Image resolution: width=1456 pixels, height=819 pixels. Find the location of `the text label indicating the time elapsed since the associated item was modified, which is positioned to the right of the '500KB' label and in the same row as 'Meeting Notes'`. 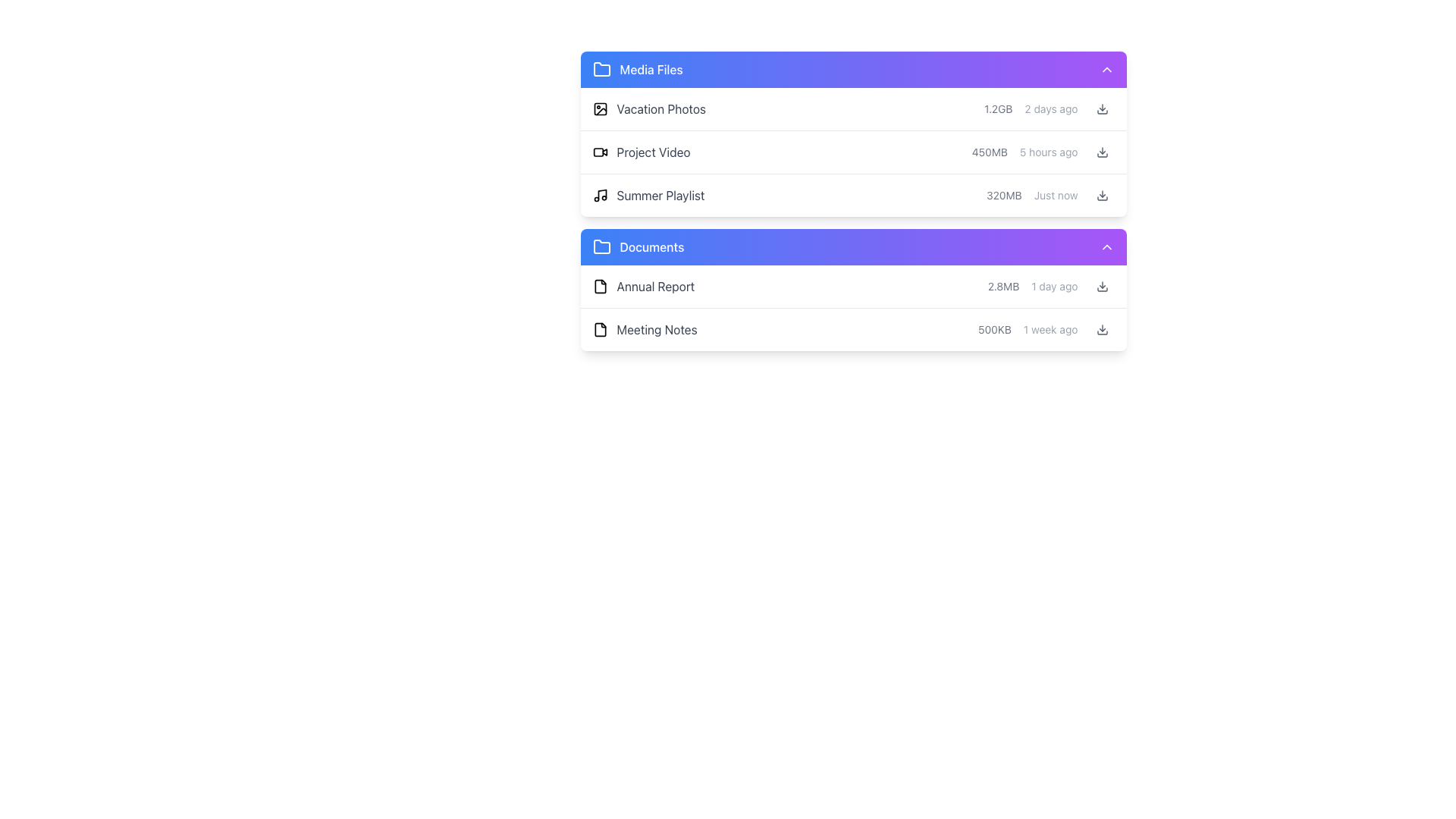

the text label indicating the time elapsed since the associated item was modified, which is positioned to the right of the '500KB' label and in the same row as 'Meeting Notes' is located at coordinates (1050, 329).